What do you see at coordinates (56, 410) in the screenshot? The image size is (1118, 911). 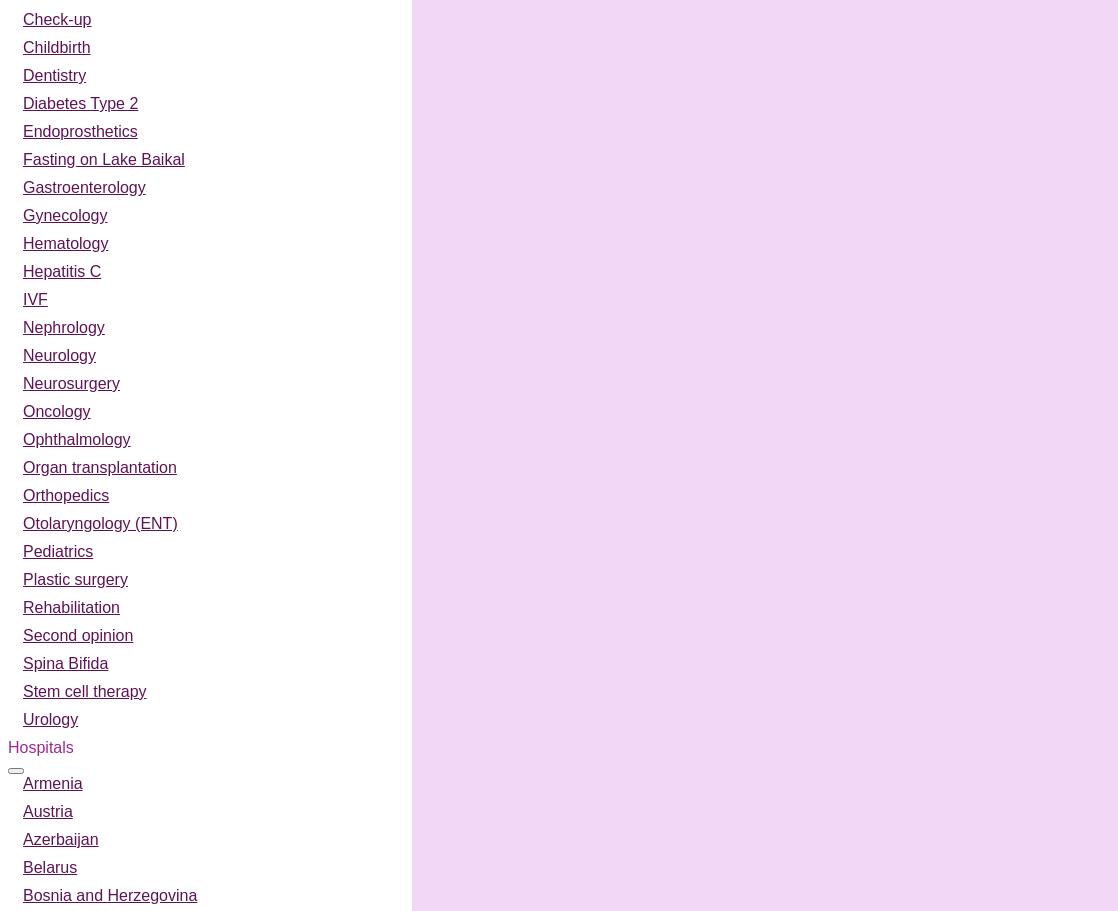 I see `'Oncology'` at bounding box center [56, 410].